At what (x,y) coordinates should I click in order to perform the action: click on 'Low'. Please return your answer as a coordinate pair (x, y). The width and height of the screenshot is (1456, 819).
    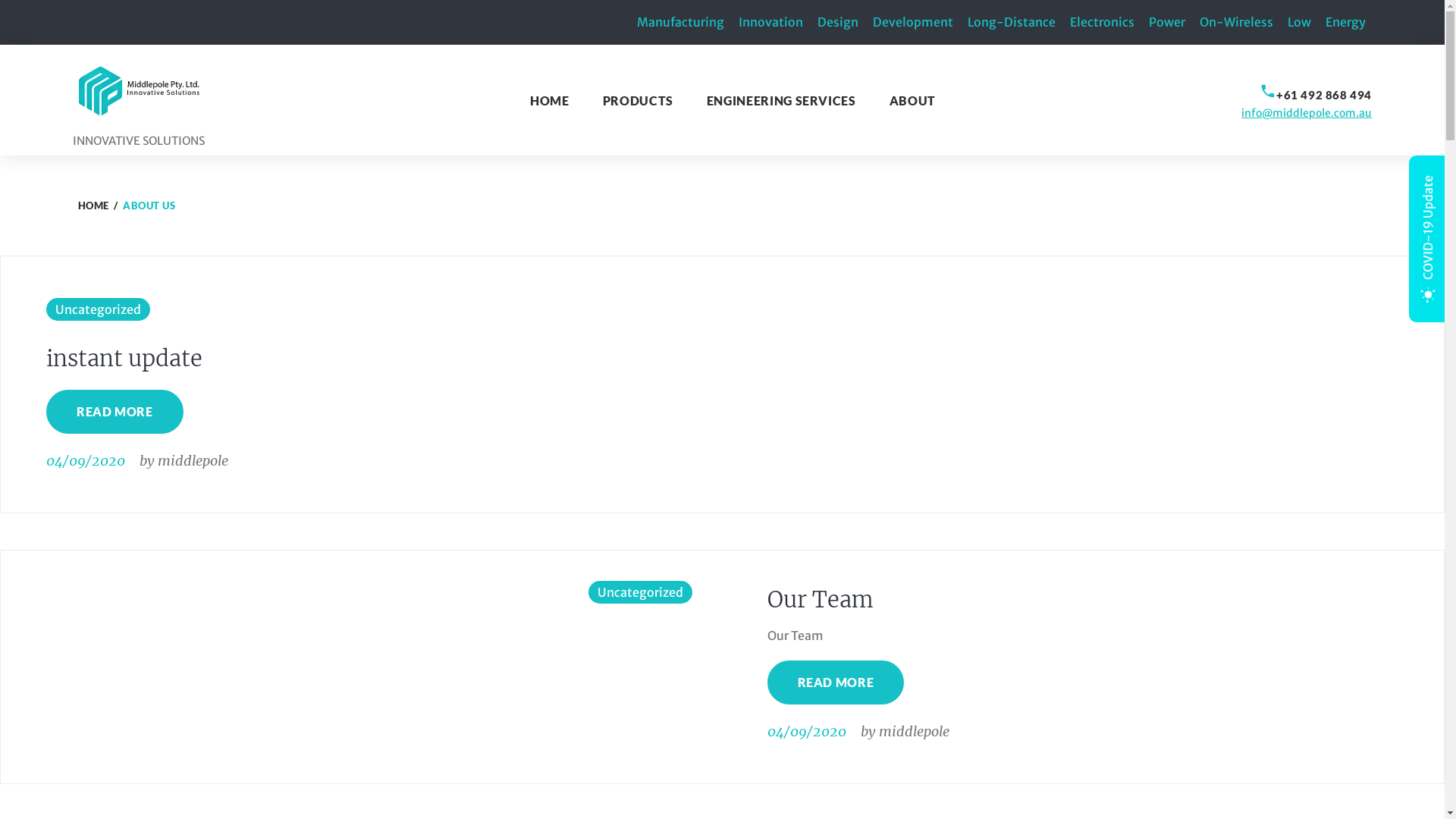
    Looking at the image, I should click on (1298, 22).